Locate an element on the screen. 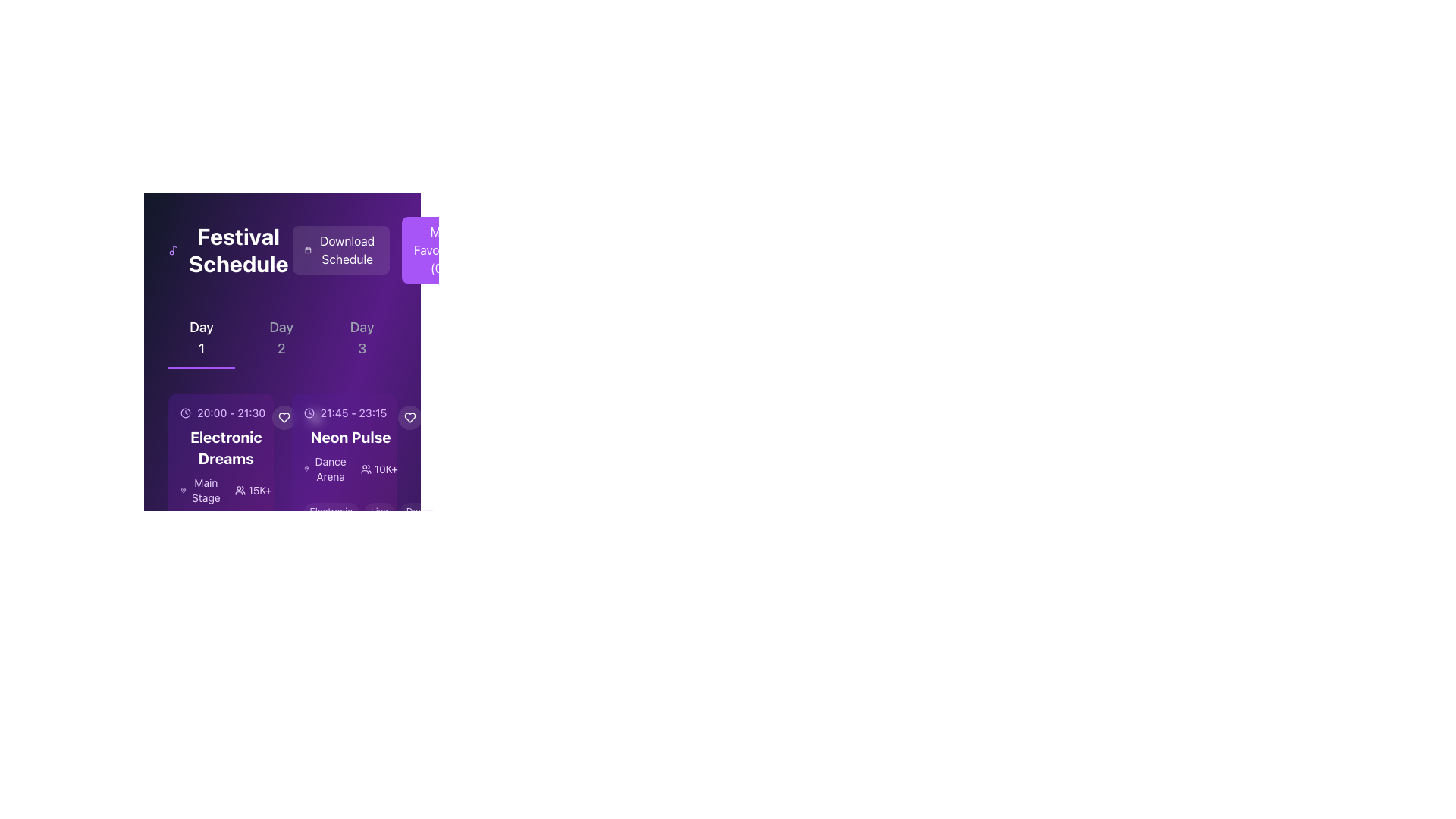  the 'Electronic' pill-shaped button with a light purple background and white text, located at the bottom section of the 'Neon Pulse' card is located at coordinates (330, 512).